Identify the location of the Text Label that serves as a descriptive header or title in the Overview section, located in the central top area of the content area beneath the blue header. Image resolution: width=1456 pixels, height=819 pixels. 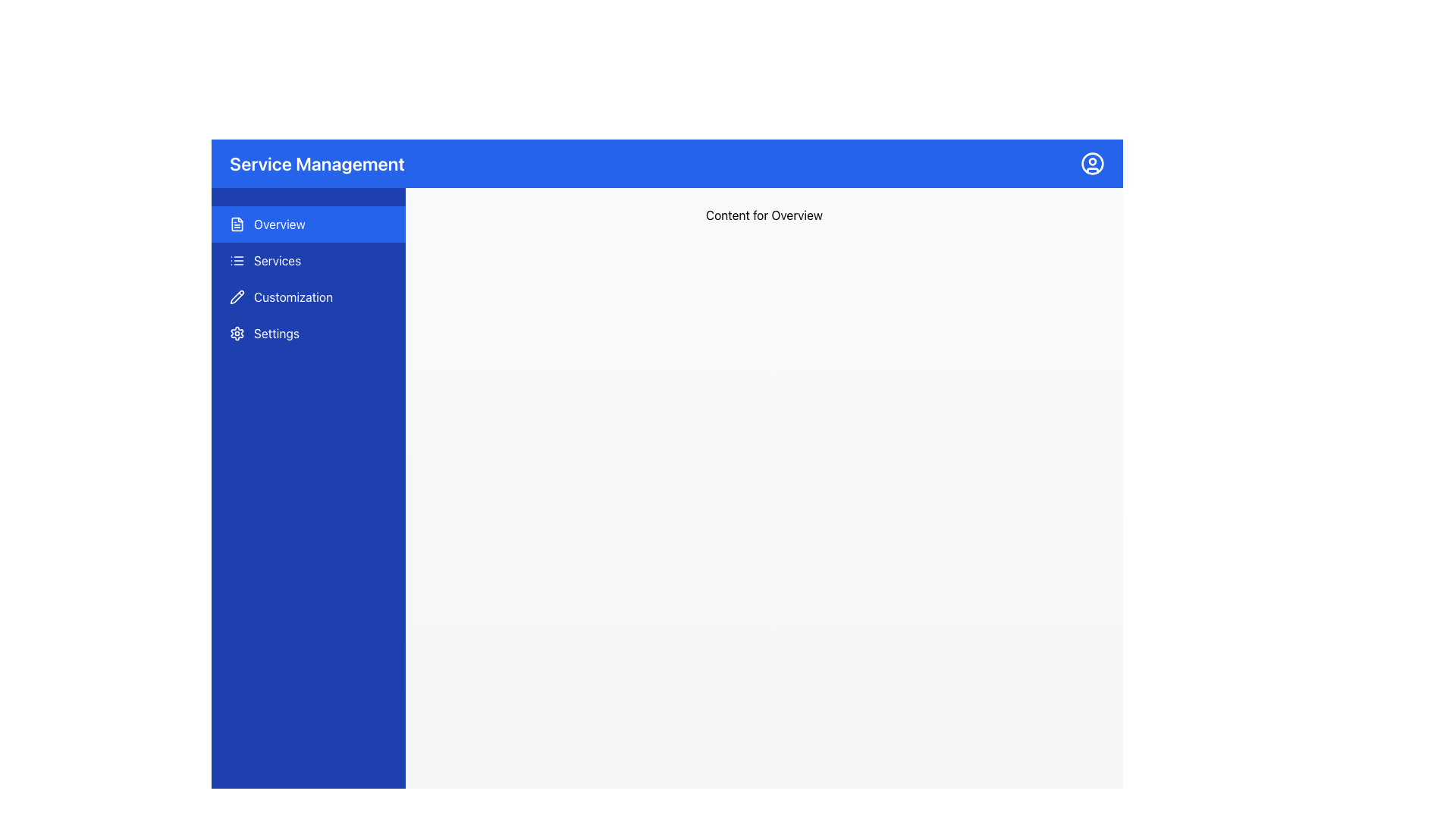
(764, 215).